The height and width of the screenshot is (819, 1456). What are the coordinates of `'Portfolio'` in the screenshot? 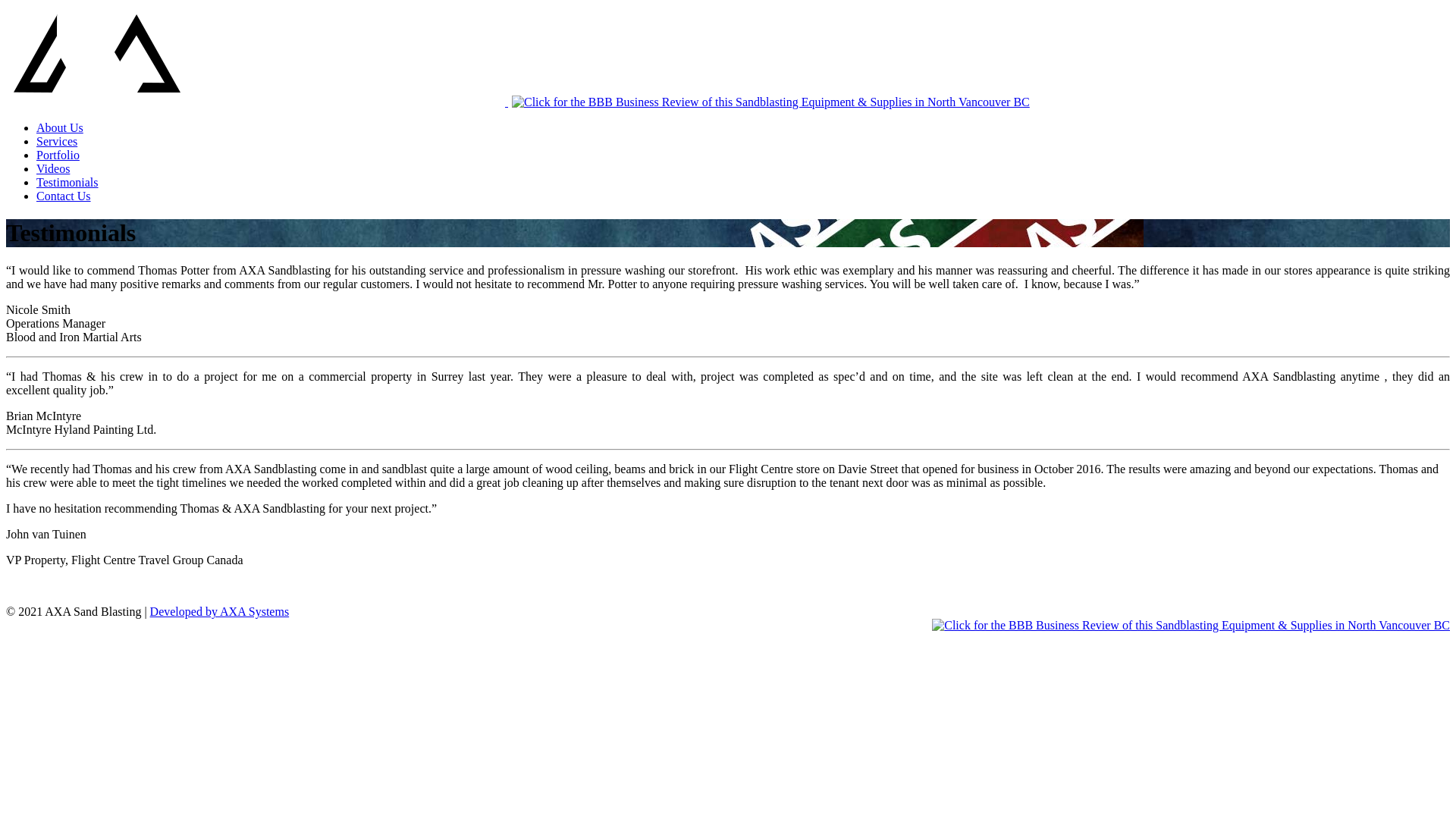 It's located at (36, 155).